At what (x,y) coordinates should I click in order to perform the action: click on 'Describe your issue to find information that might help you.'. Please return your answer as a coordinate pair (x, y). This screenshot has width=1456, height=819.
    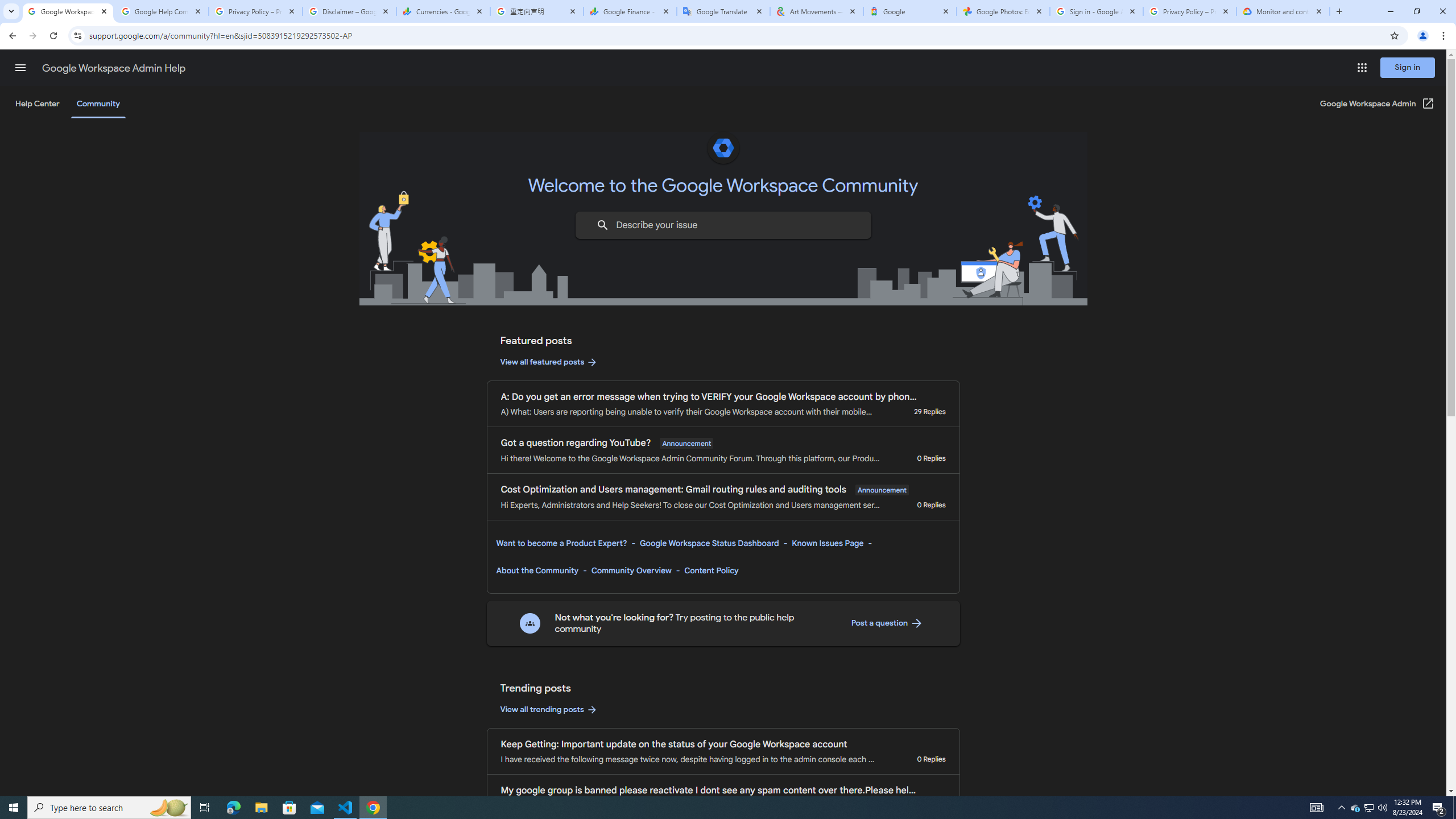
    Looking at the image, I should click on (723, 225).